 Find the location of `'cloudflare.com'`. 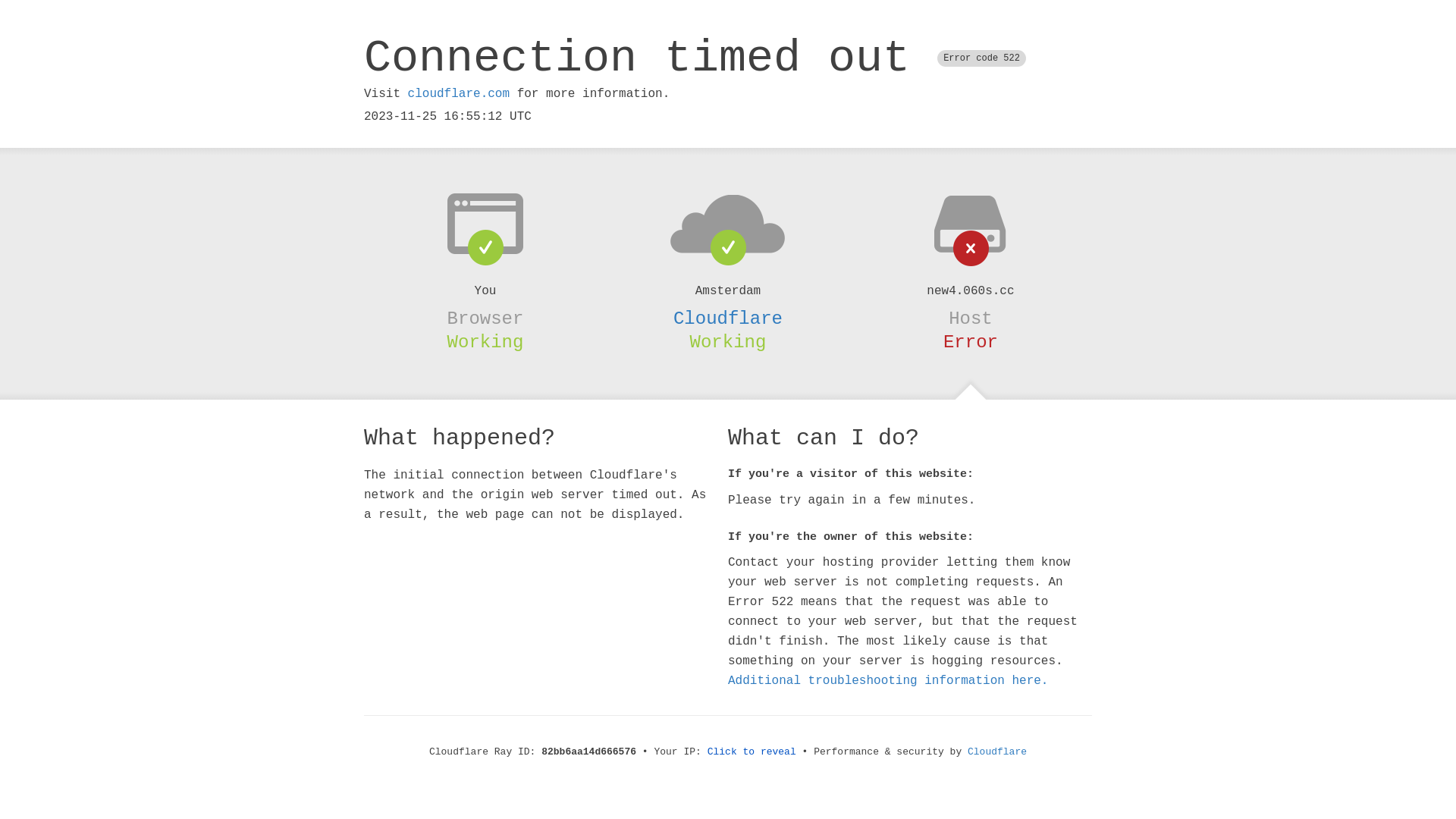

'cloudflare.com' is located at coordinates (407, 93).